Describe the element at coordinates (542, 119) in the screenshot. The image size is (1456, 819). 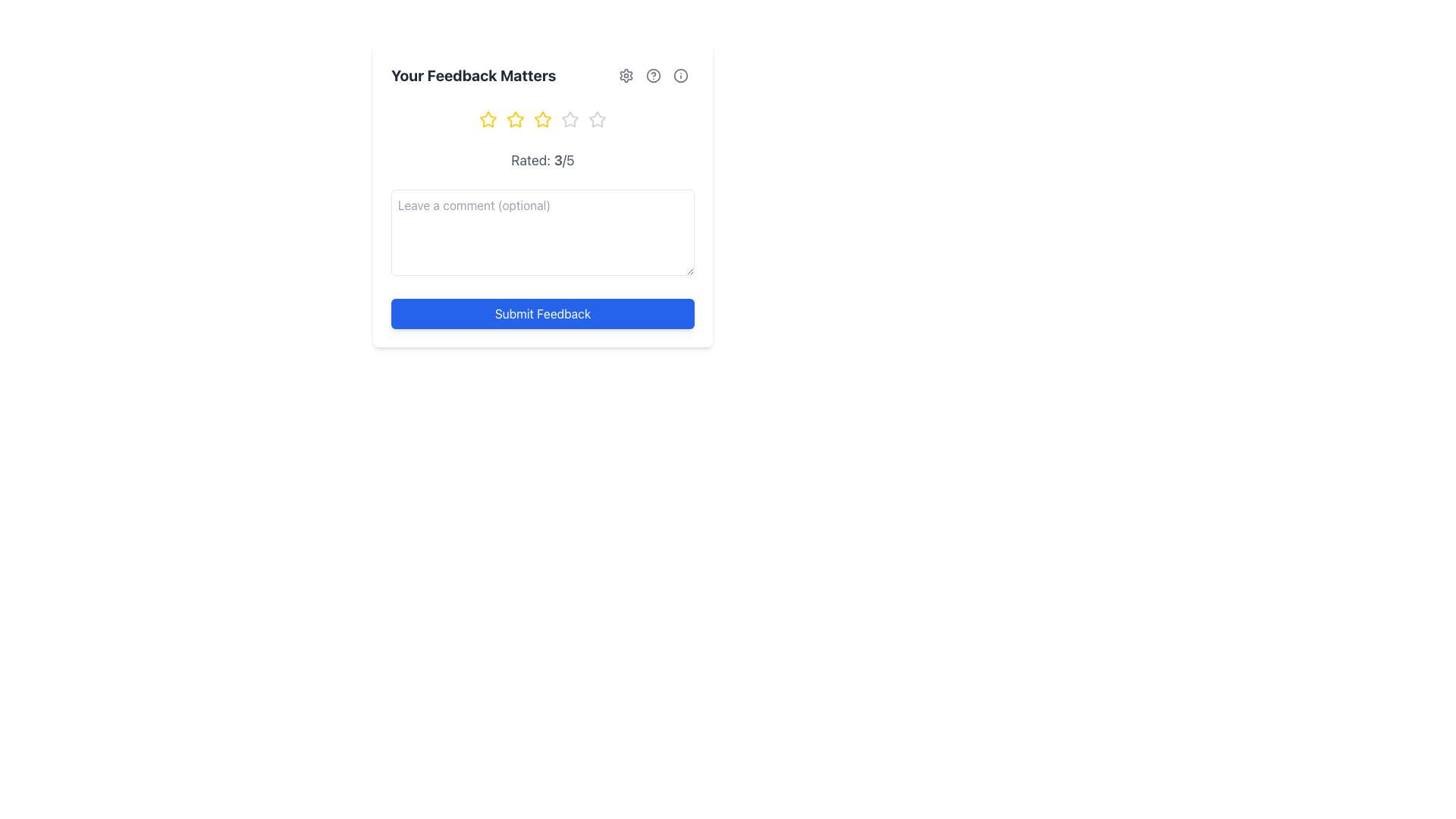
I see `the third star icon from the left in the interactive rating system` at that location.